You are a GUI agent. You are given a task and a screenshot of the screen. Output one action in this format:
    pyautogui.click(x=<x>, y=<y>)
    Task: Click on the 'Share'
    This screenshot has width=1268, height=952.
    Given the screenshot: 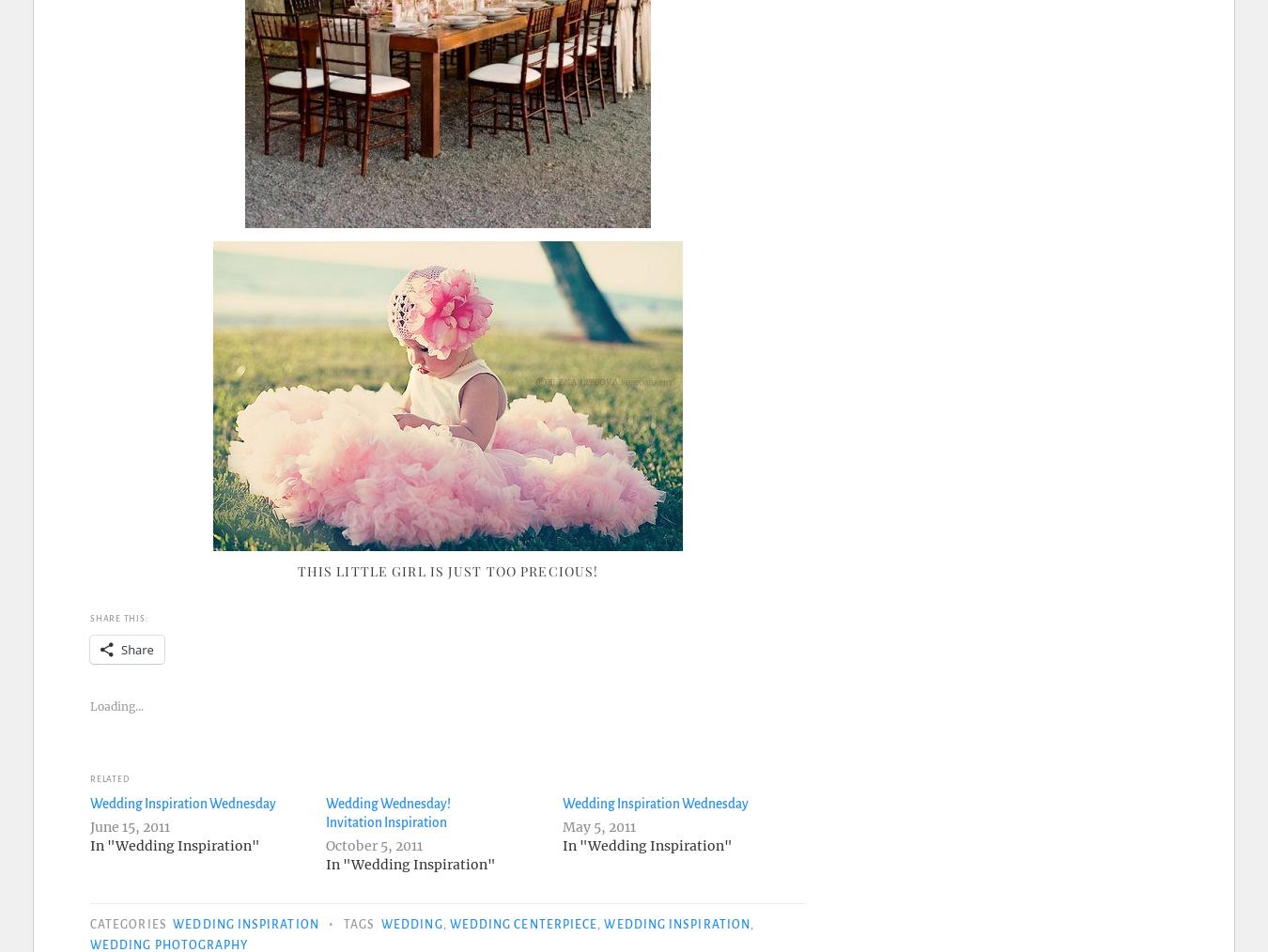 What is the action you would take?
    pyautogui.click(x=136, y=648)
    